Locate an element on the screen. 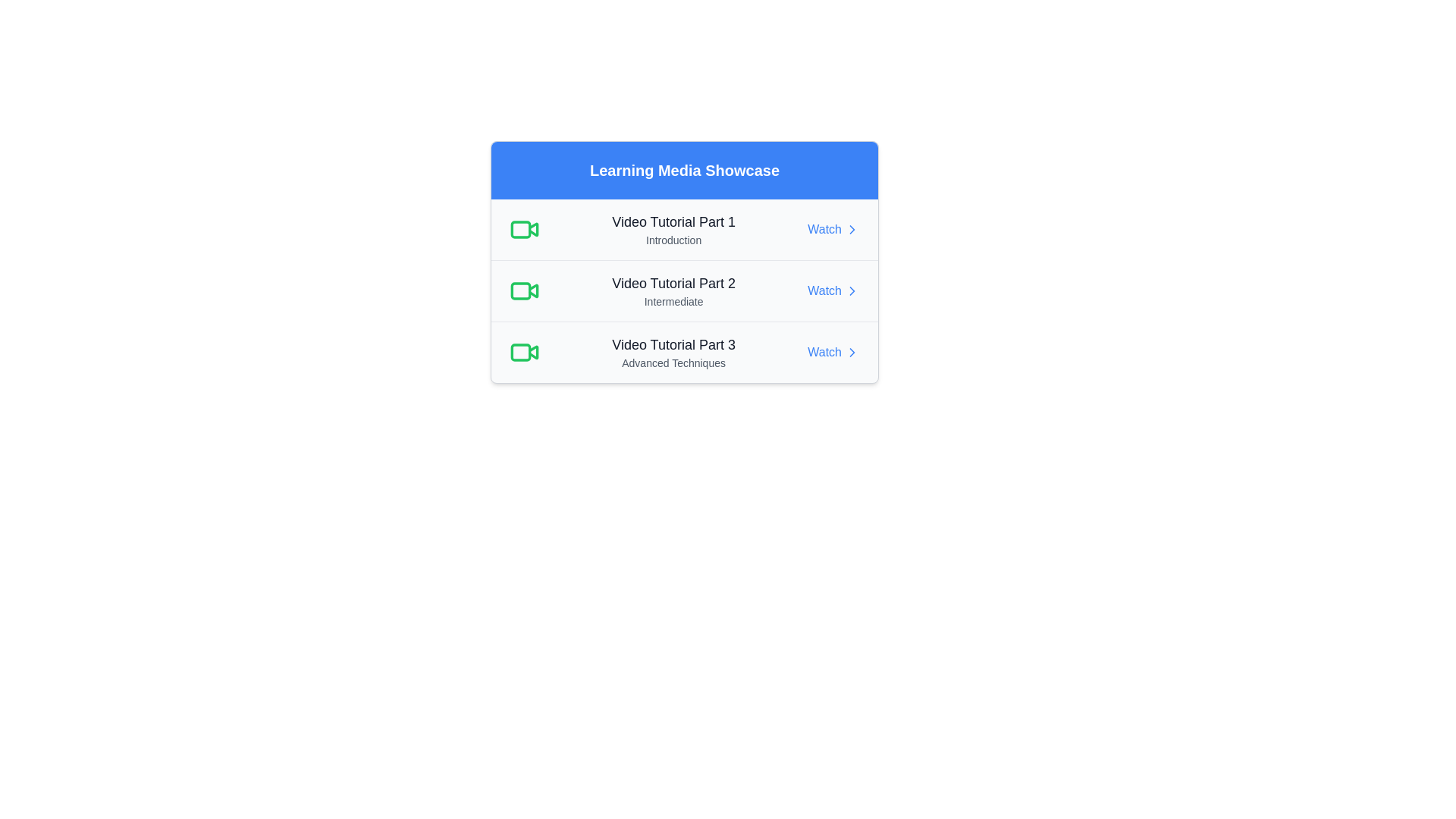  the chevron-shaped icon pointing to the right, located to the right of the text 'Watch' in the second row of the list for 'Video Tutorial Part 2 Intermediate' is located at coordinates (852, 291).